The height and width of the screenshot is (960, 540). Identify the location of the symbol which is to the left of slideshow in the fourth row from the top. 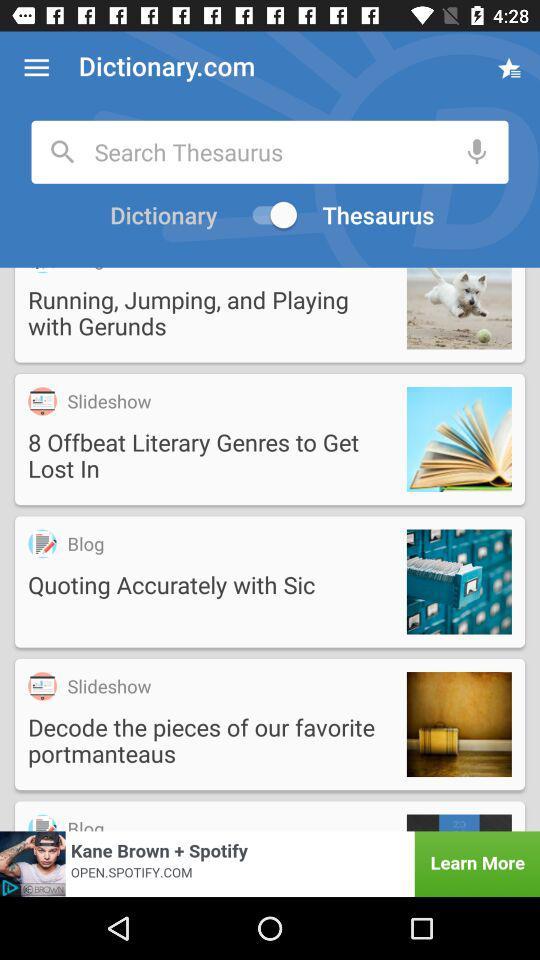
(42, 686).